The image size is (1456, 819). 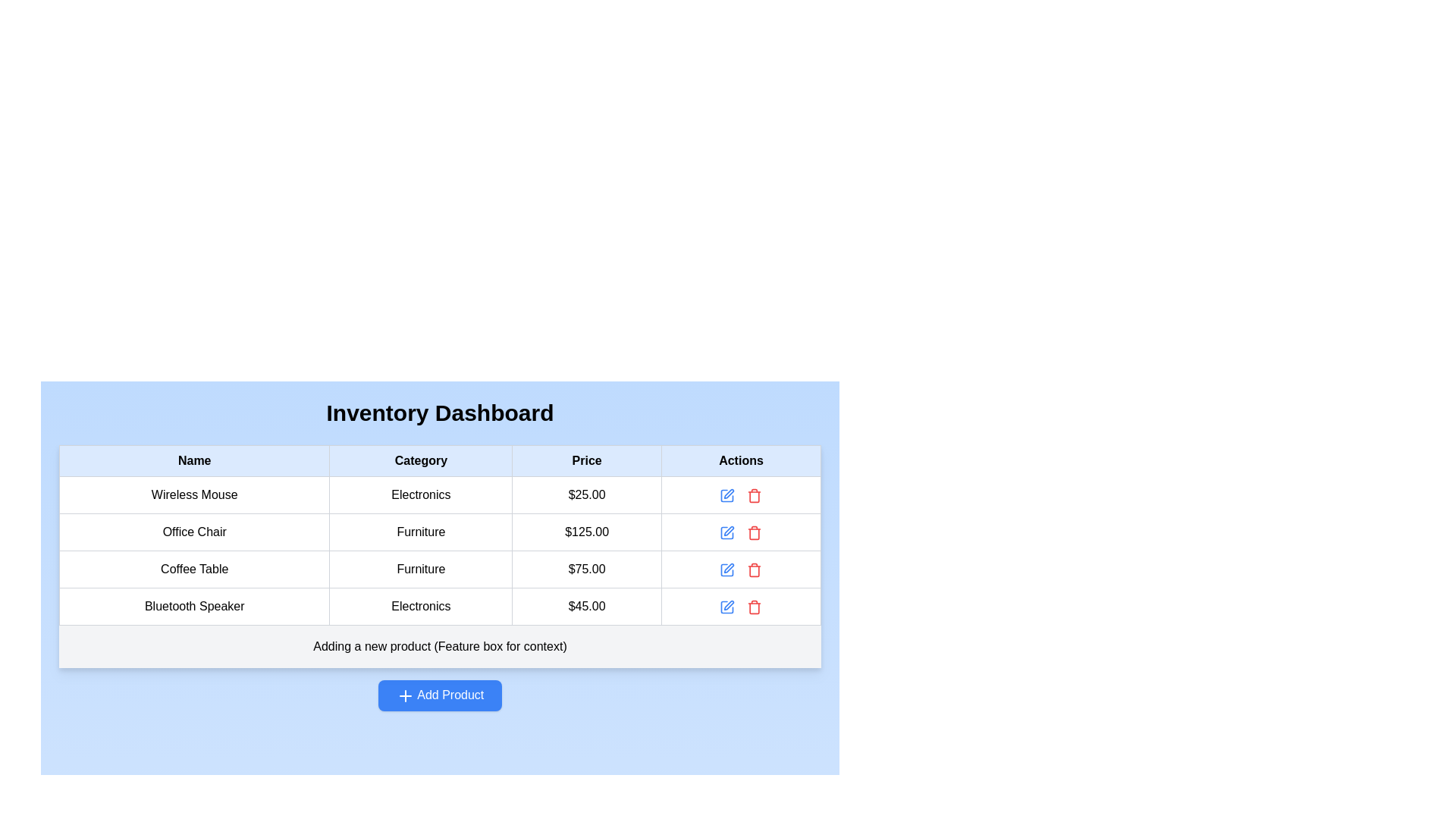 I want to click on the red trash bin icon in the 'Actions' column of the first row in the table, so click(x=755, y=494).